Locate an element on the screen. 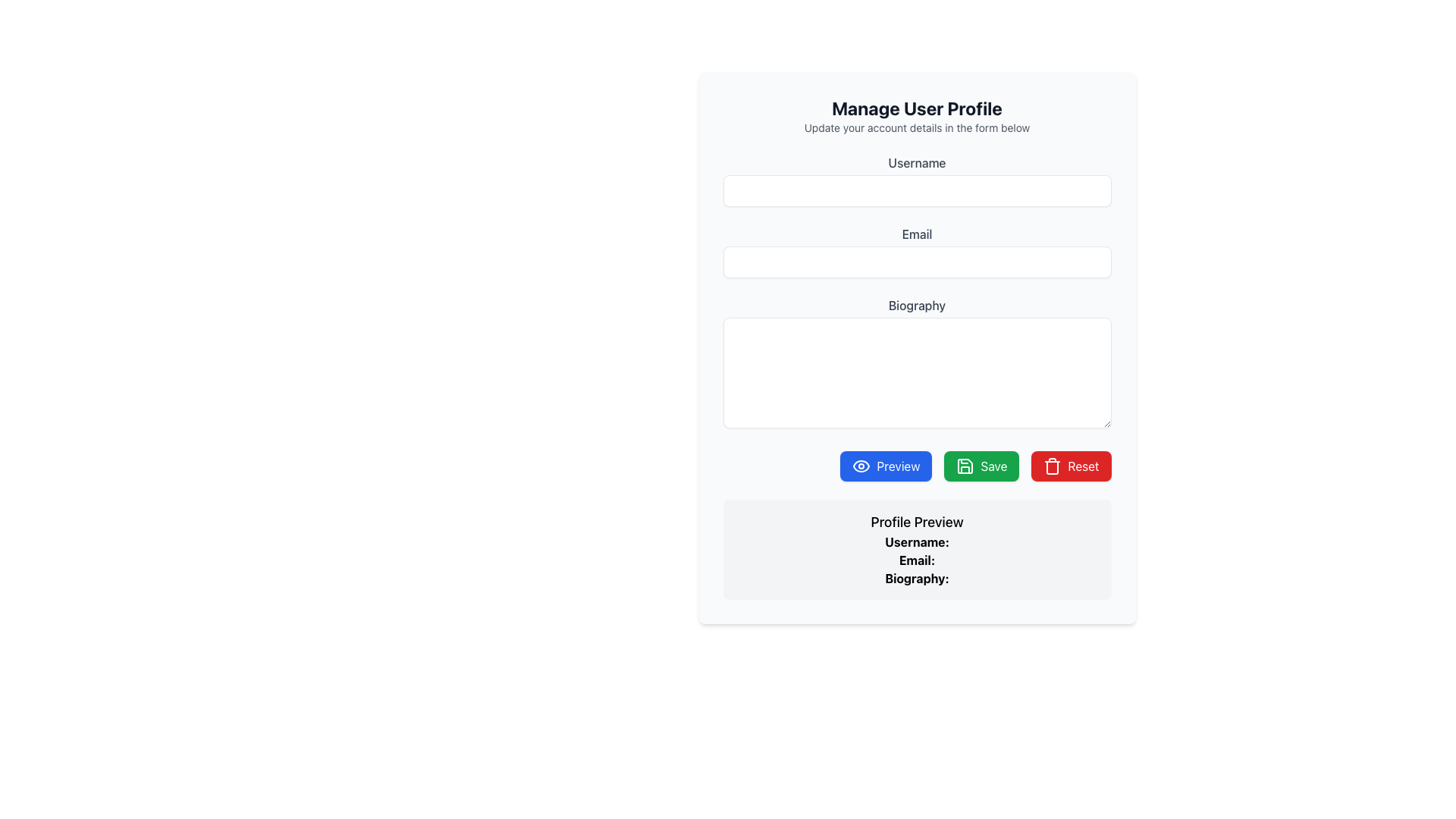 The height and width of the screenshot is (819, 1456). the text label indicating the preview action for the button, located to the right of the eye icon in the 'Preview' button group at the center bottom of the interface is located at coordinates (898, 465).